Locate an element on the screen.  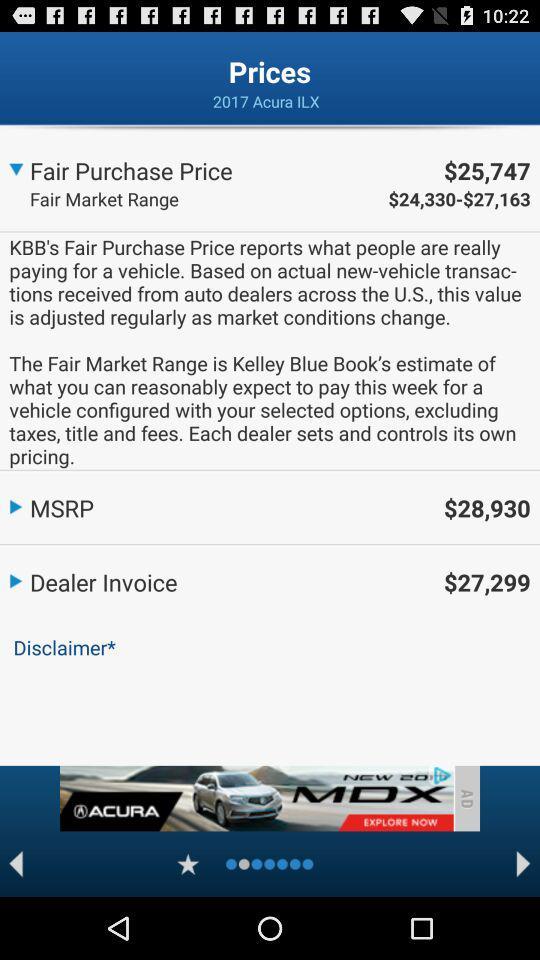
previous page is located at coordinates (15, 863).